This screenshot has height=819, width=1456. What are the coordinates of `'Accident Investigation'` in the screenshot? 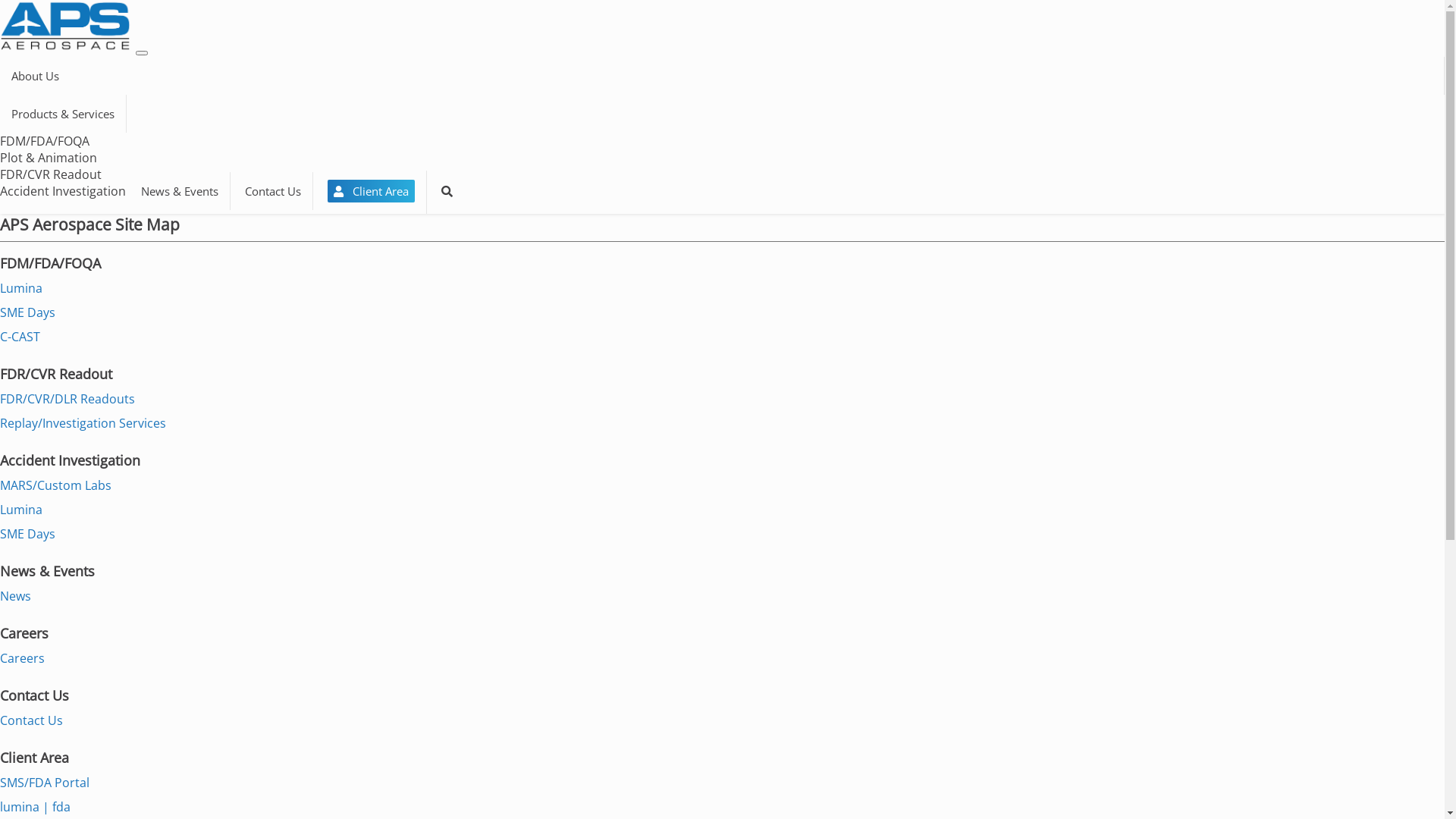 It's located at (61, 190).